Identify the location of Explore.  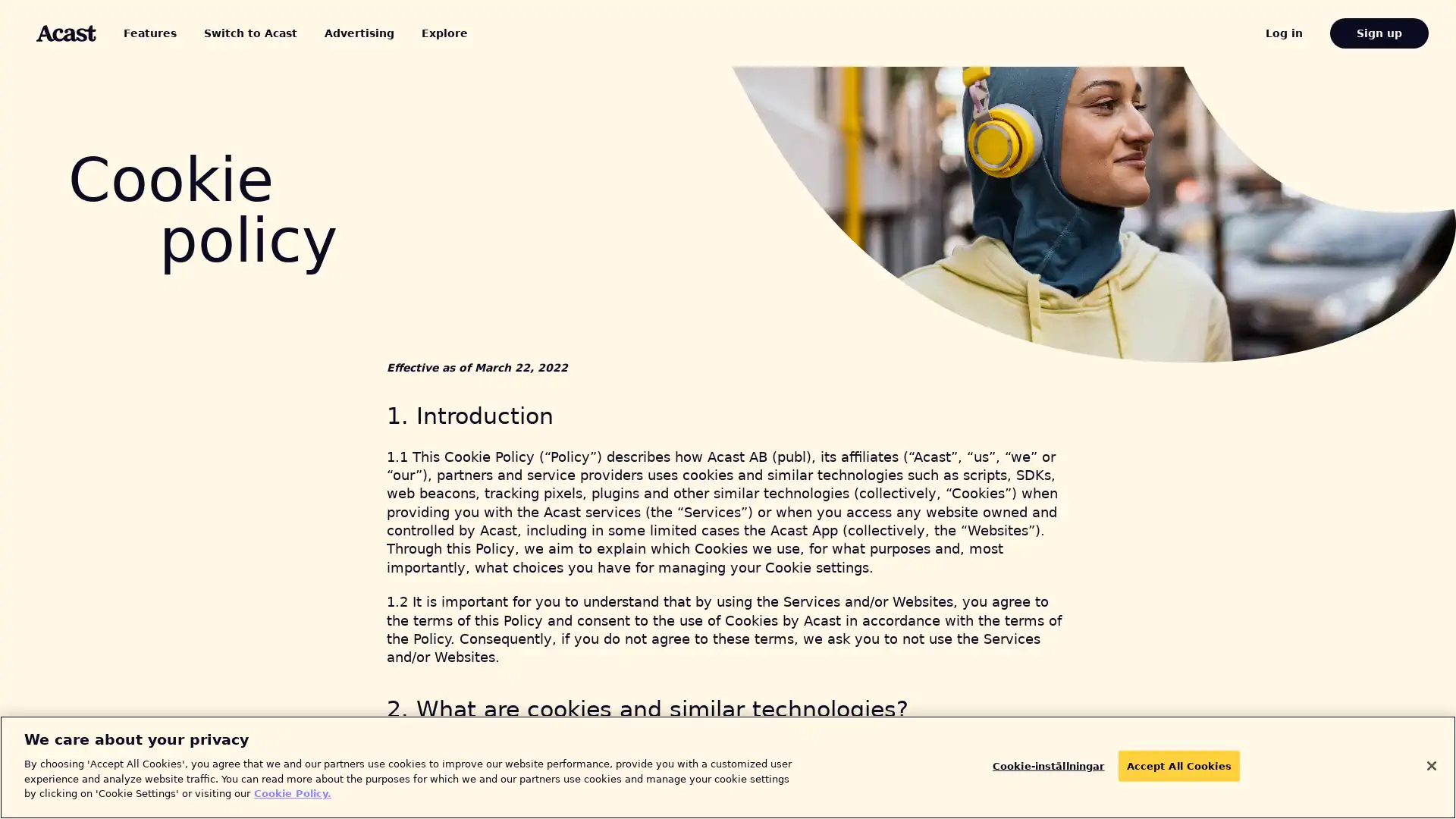
(403, 33).